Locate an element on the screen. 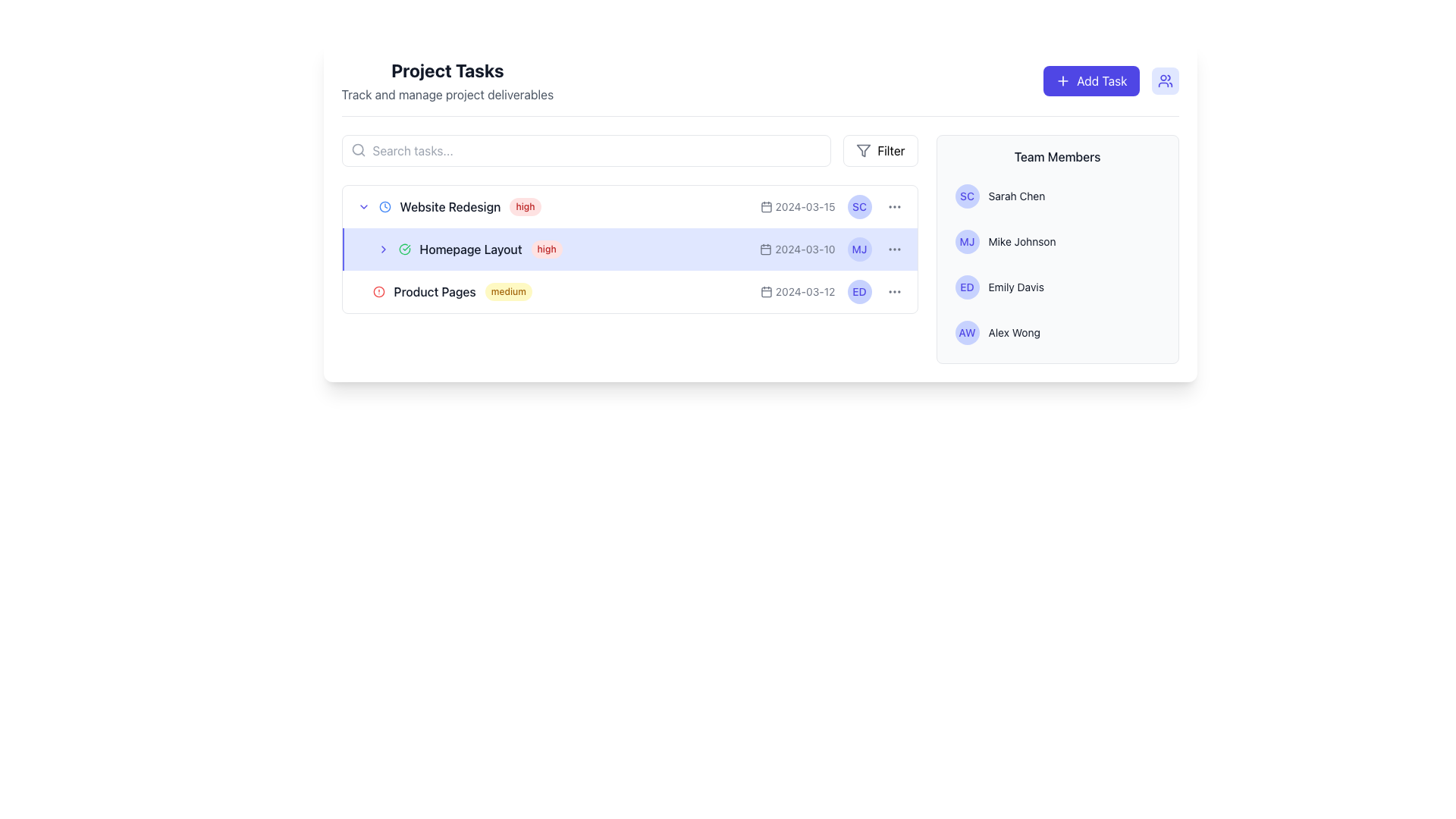  the Text label that serves as a title for the task 'Homepage Layout', positioned between the circular checkmark icon and the red priority label marked 'high' is located at coordinates (470, 248).